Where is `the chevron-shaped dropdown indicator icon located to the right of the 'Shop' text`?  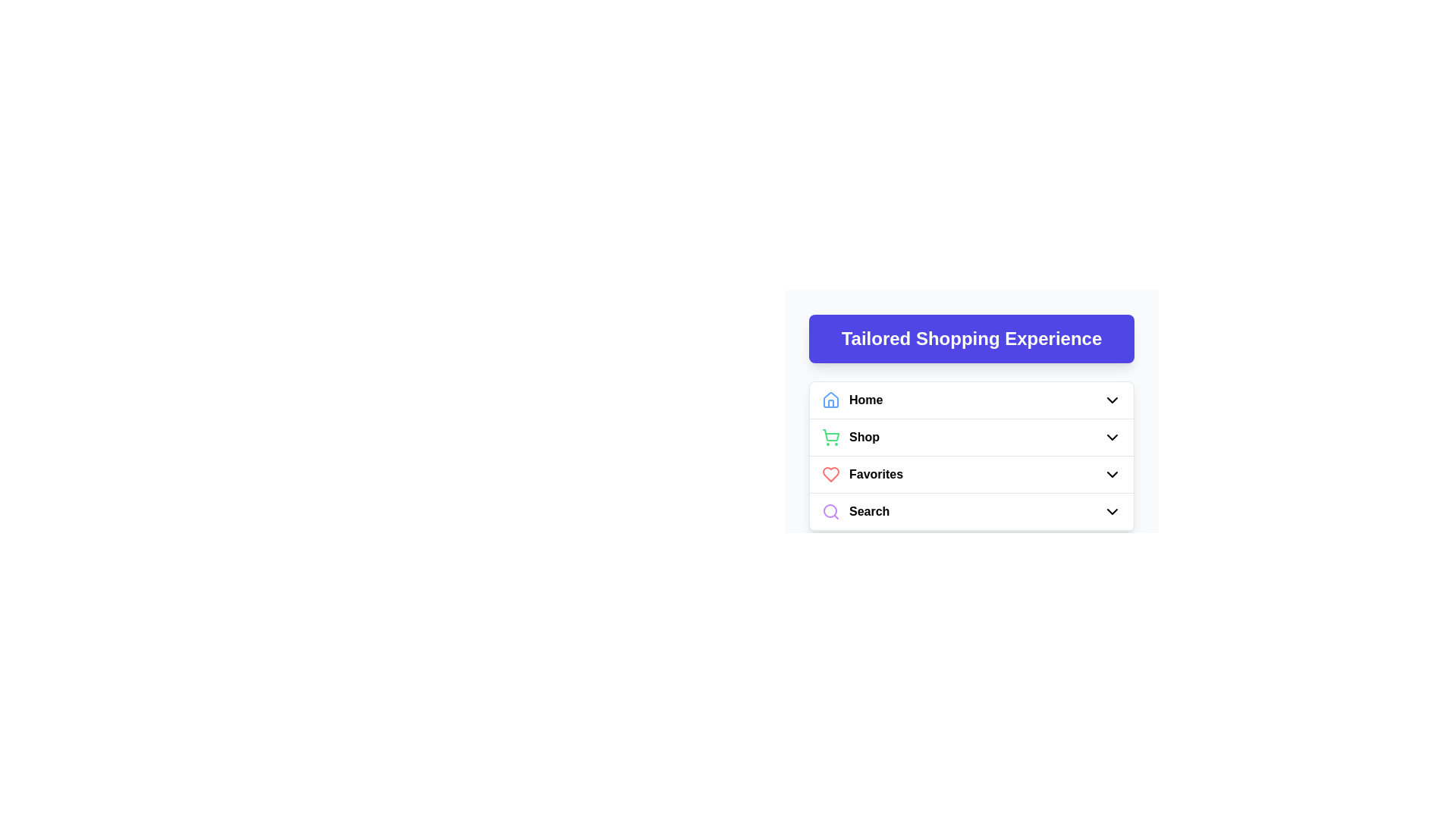 the chevron-shaped dropdown indicator icon located to the right of the 'Shop' text is located at coordinates (1112, 438).